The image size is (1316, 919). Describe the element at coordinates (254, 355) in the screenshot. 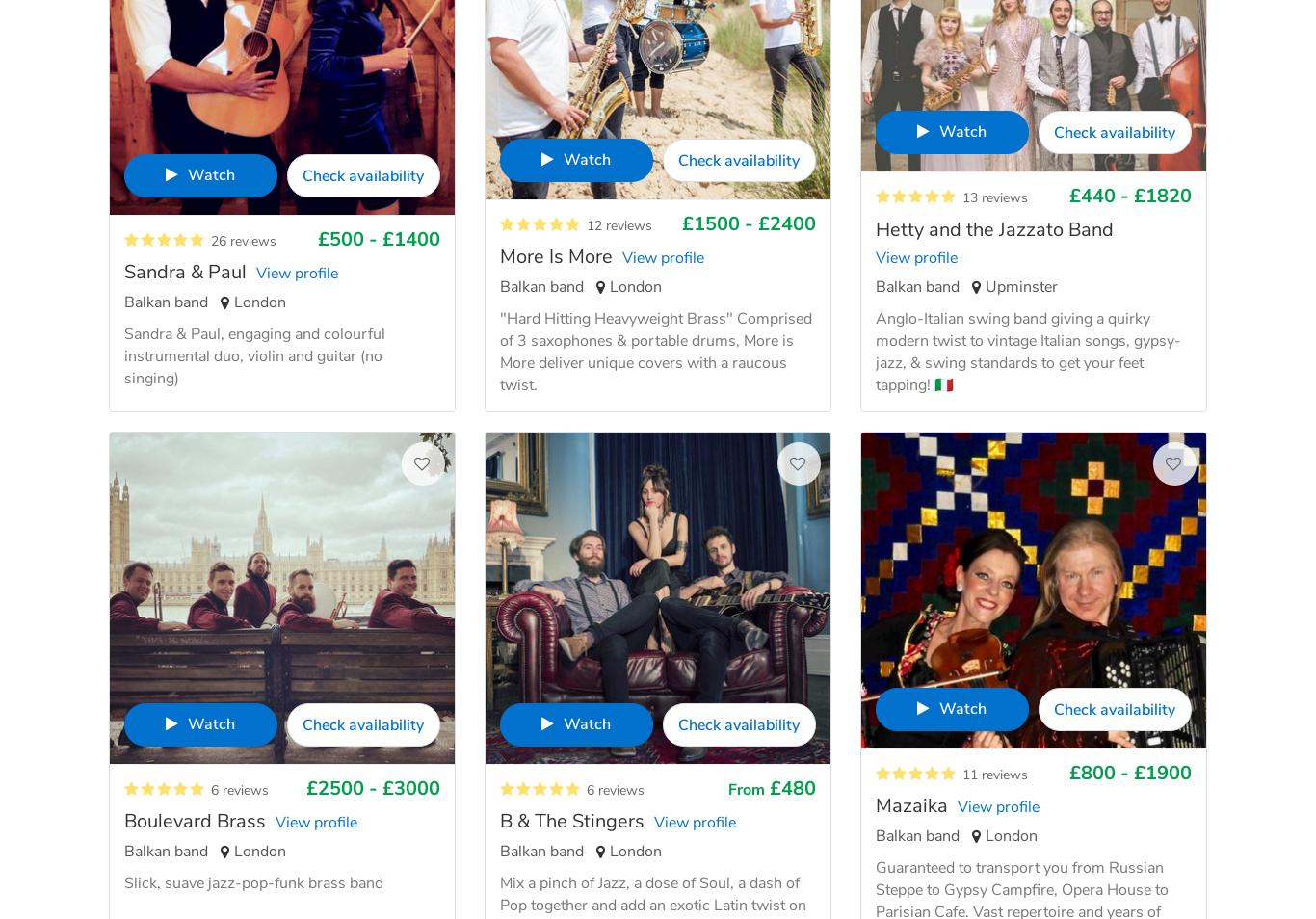

I see `'Sandra & Paul, engaging and colourful instrumental duo, violin and guitar (no singing)'` at that location.